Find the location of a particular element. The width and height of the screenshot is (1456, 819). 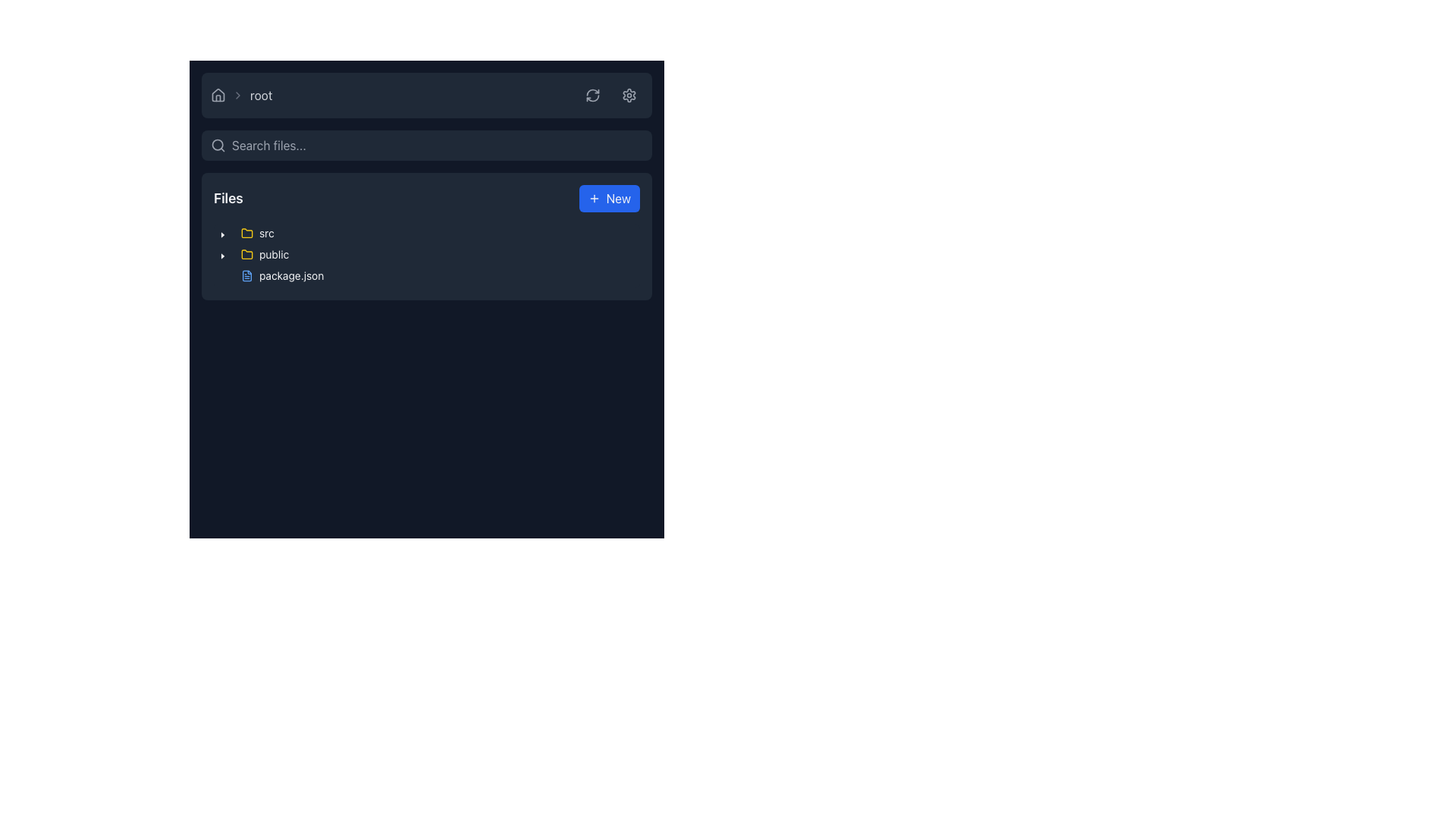

the 'src' folder entry icon, which is a yellow folder with the label 'src' in the file tree structure is located at coordinates (257, 234).